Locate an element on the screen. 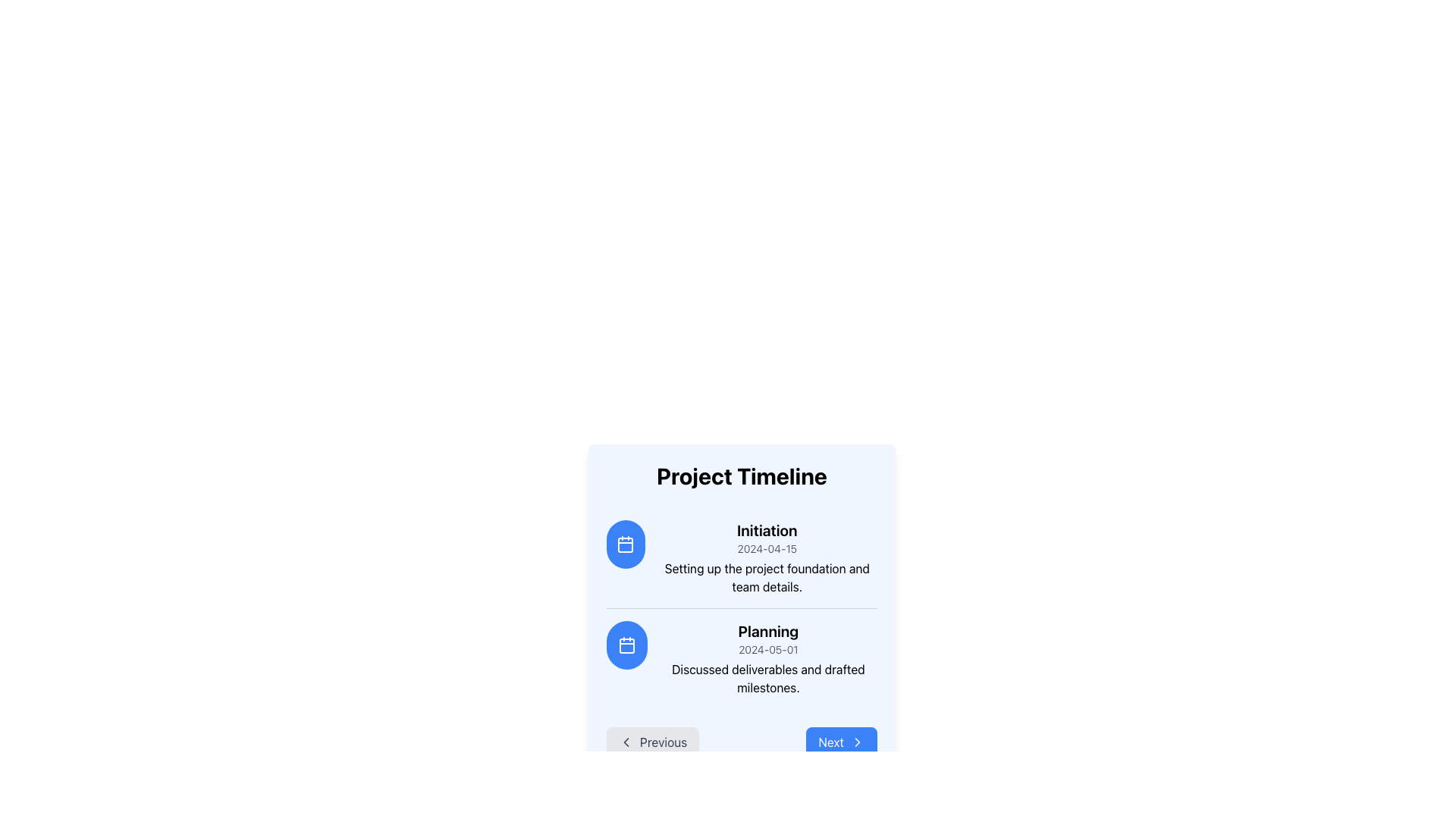  the Timeline Entry located below the 'Initiation' section is located at coordinates (742, 657).